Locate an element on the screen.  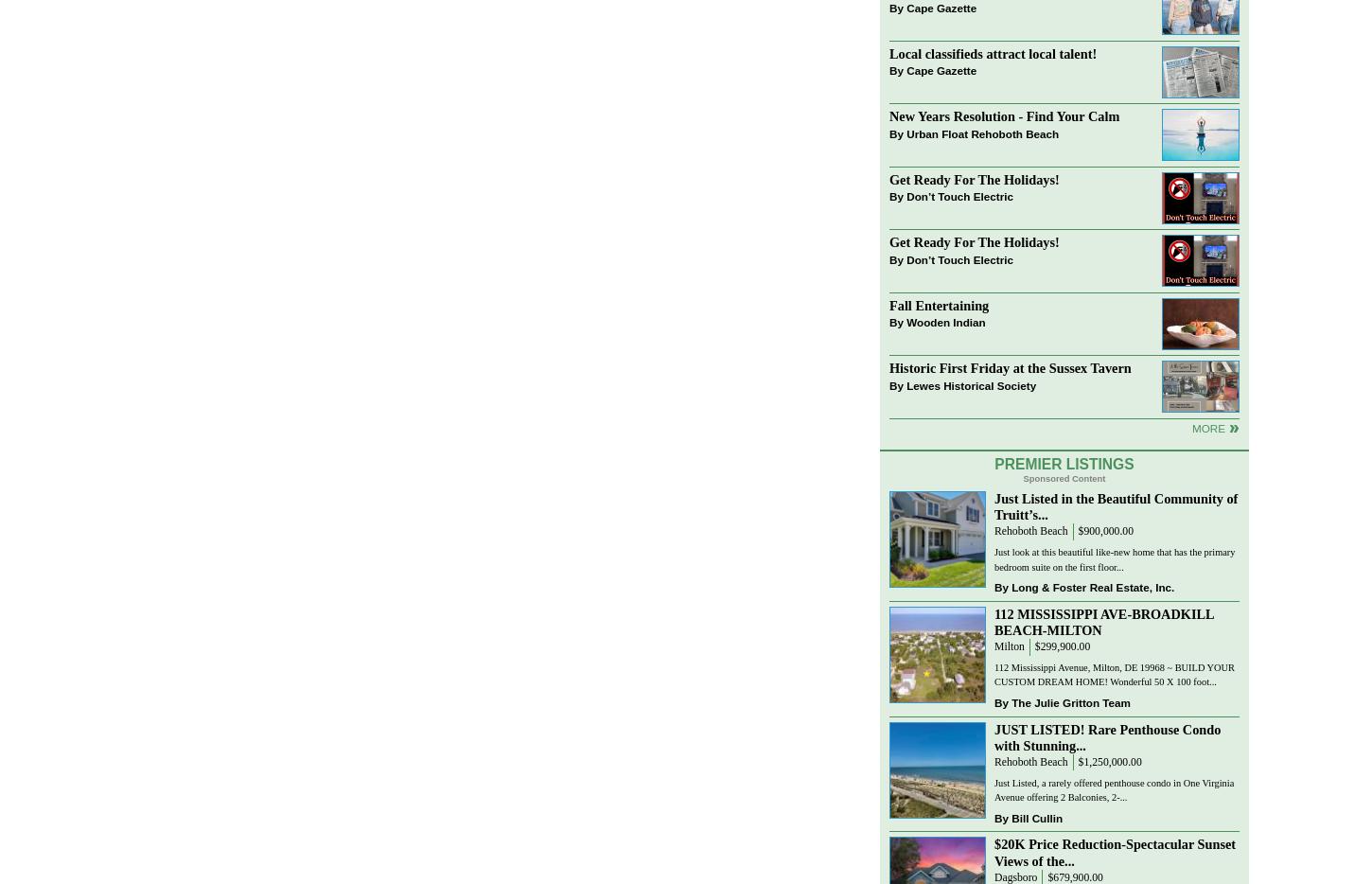
'Historic First Friday at the Sussex Tavern' is located at coordinates (888, 367).